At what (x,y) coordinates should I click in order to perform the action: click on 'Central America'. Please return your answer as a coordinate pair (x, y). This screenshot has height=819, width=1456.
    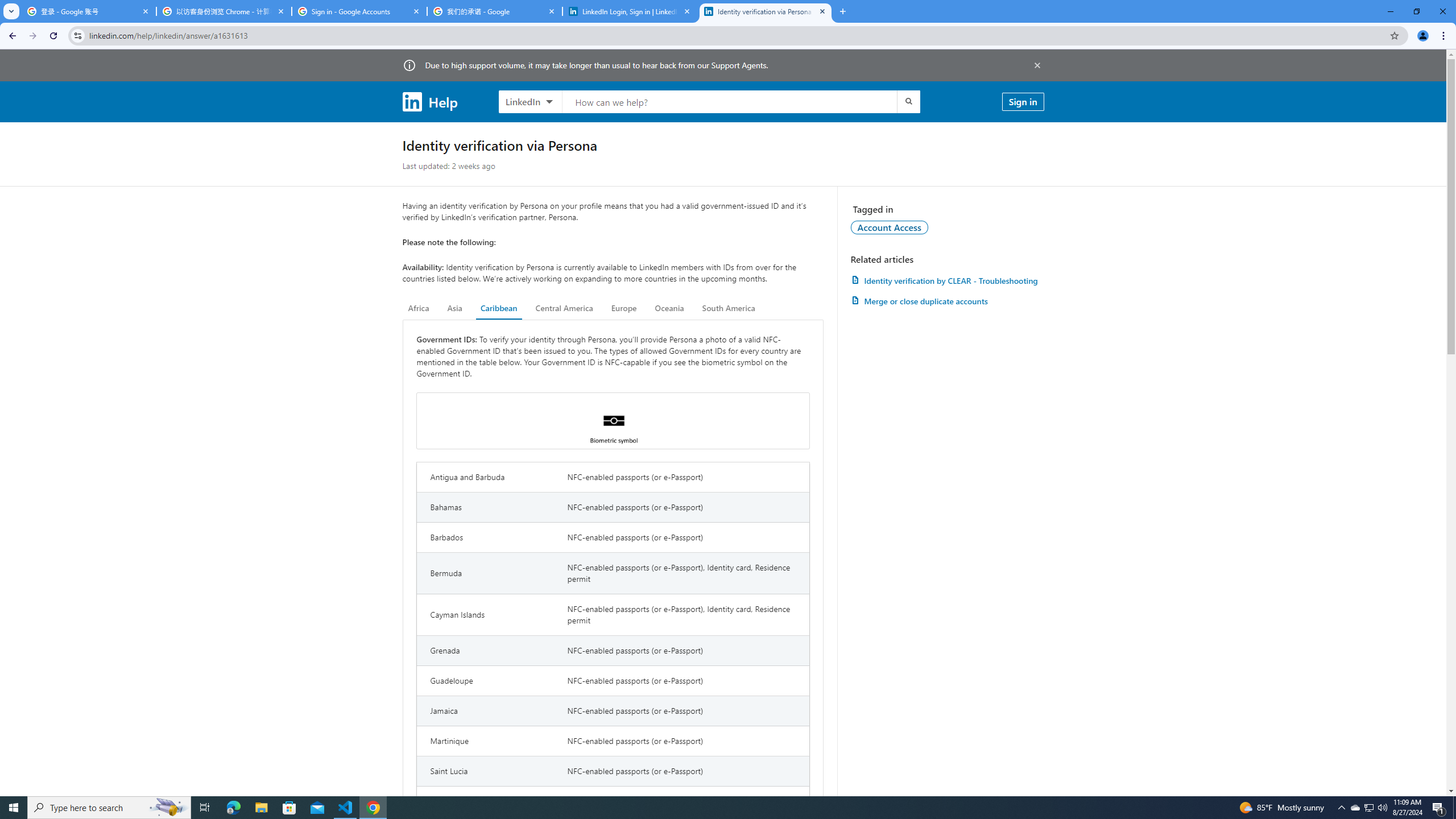
    Looking at the image, I should click on (564, 308).